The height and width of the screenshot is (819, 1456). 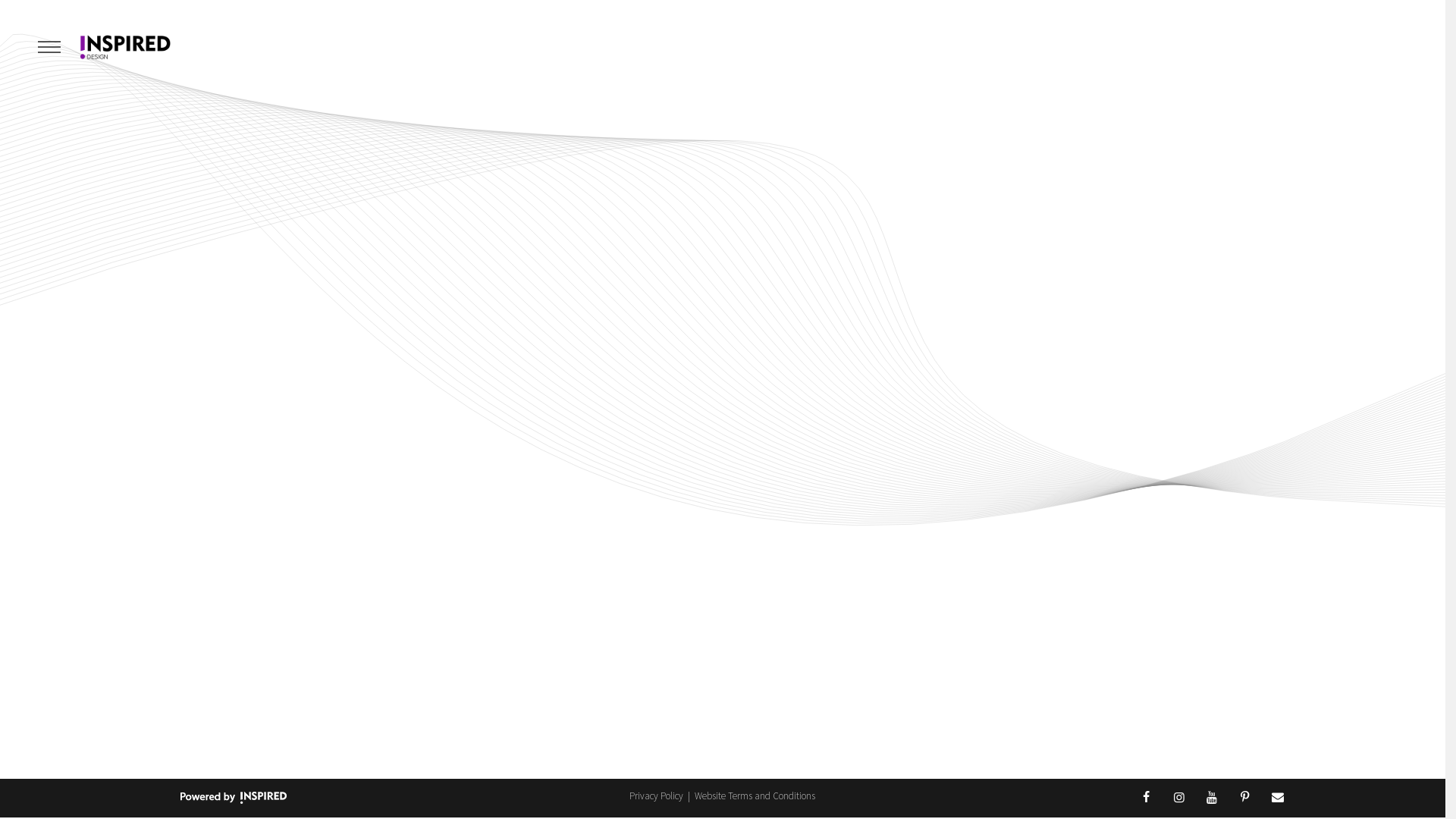 What do you see at coordinates (694, 795) in the screenshot?
I see `'Website Terms and Conditions'` at bounding box center [694, 795].